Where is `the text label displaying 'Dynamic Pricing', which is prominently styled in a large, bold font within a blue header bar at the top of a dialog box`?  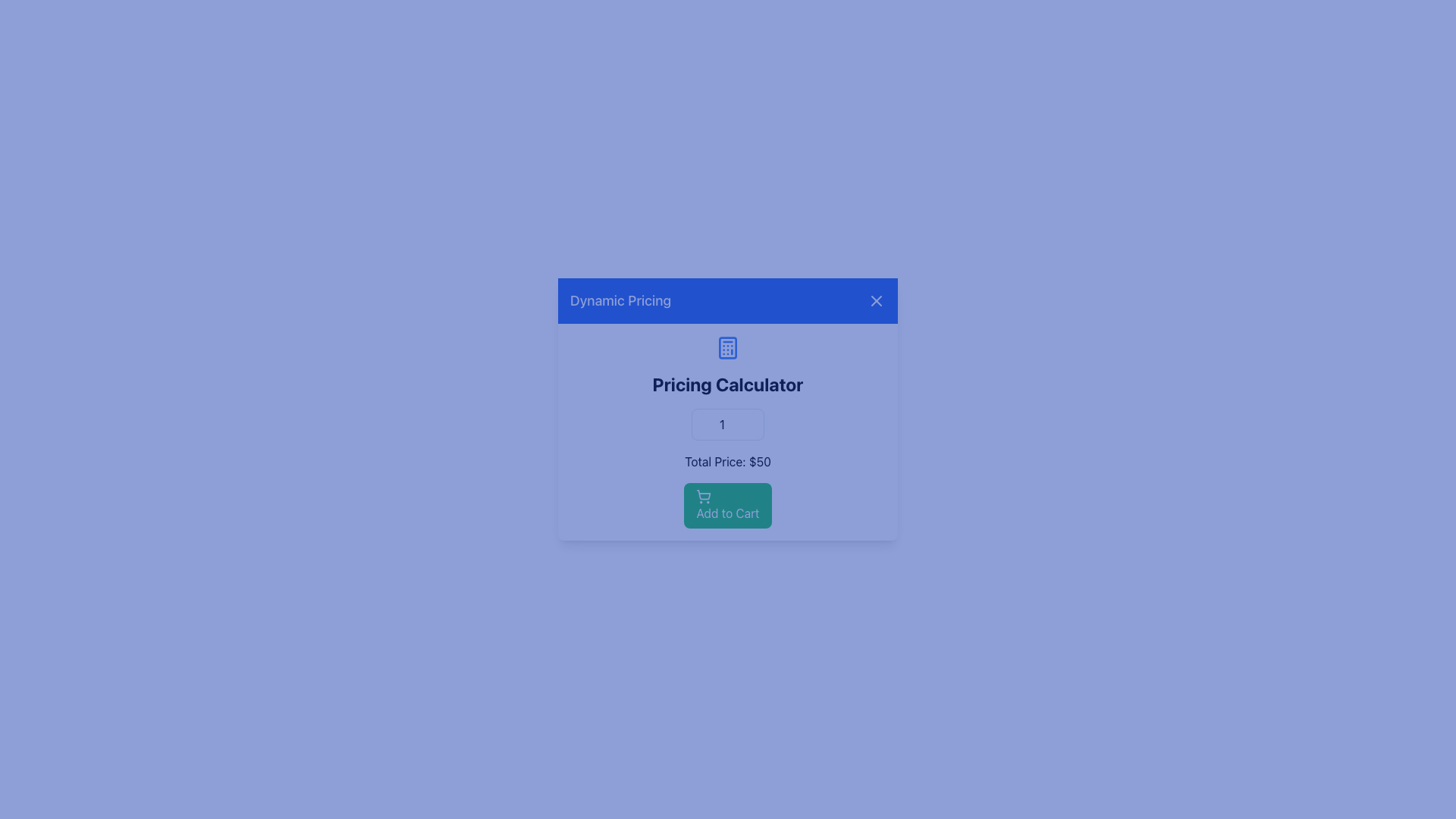 the text label displaying 'Dynamic Pricing', which is prominently styled in a large, bold font within a blue header bar at the top of a dialog box is located at coordinates (620, 301).